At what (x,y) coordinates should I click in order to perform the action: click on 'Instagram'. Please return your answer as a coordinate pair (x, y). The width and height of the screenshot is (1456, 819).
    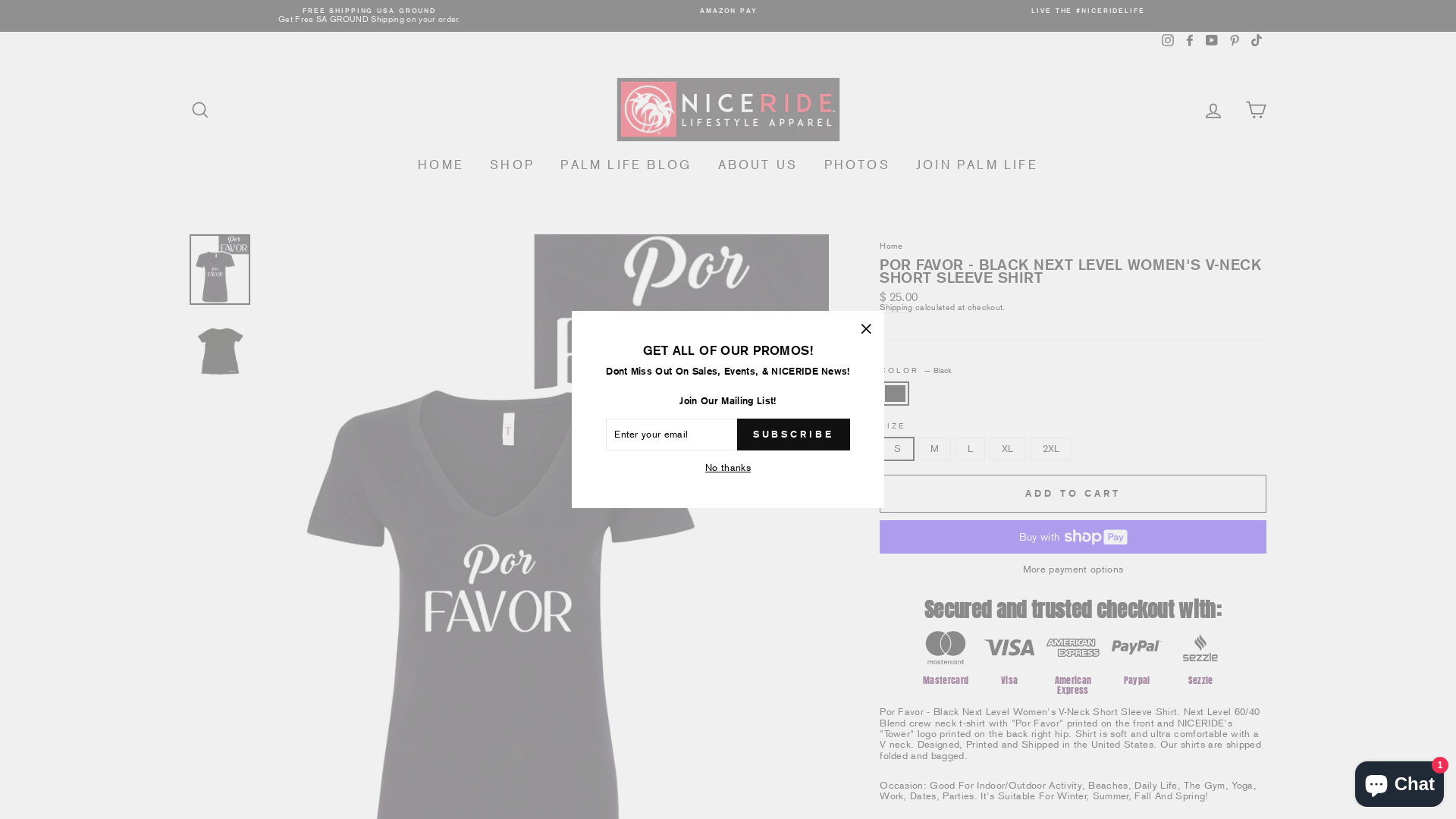
    Looking at the image, I should click on (1167, 40).